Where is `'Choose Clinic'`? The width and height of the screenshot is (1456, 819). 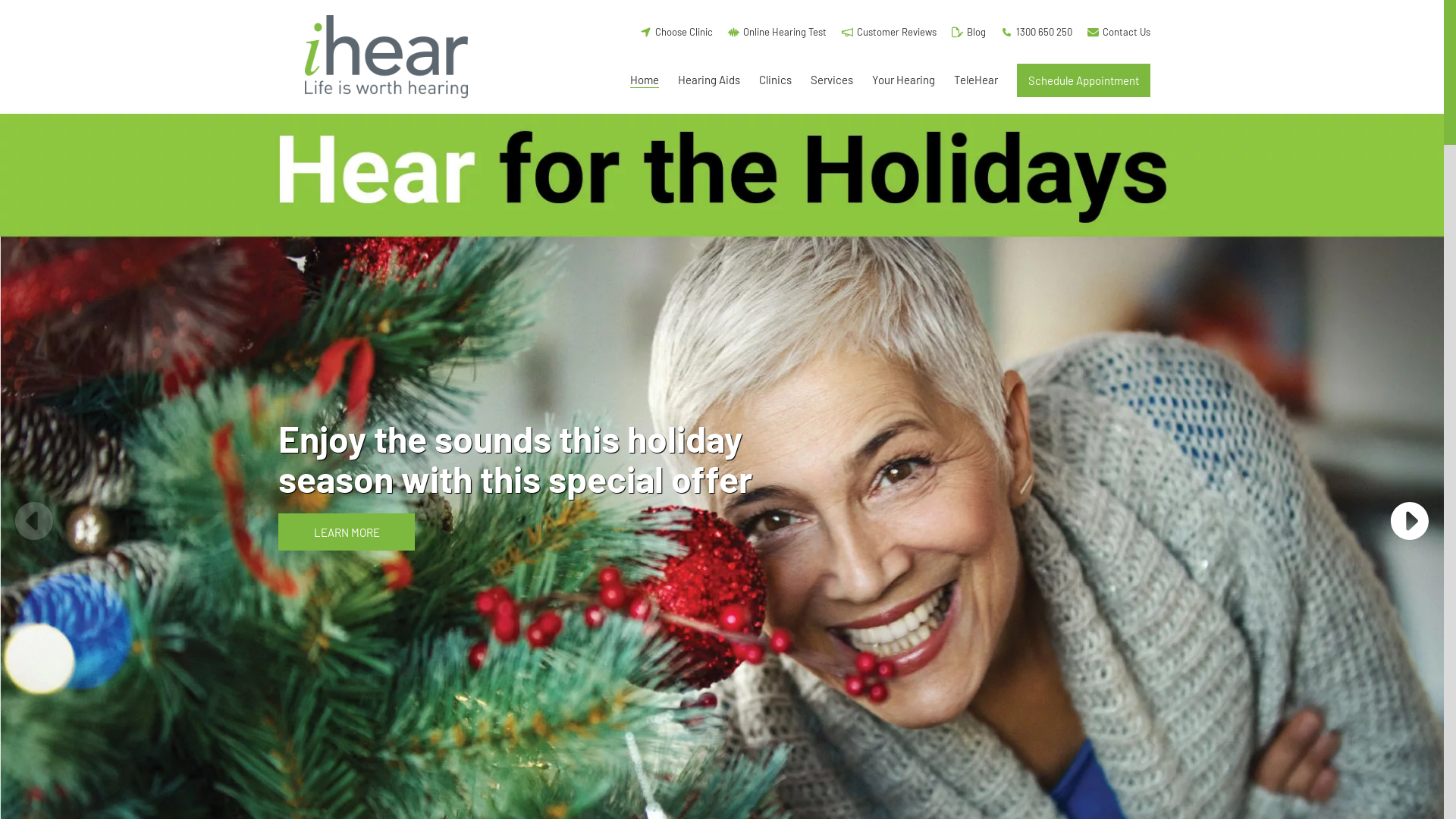 'Choose Clinic' is located at coordinates (676, 31).